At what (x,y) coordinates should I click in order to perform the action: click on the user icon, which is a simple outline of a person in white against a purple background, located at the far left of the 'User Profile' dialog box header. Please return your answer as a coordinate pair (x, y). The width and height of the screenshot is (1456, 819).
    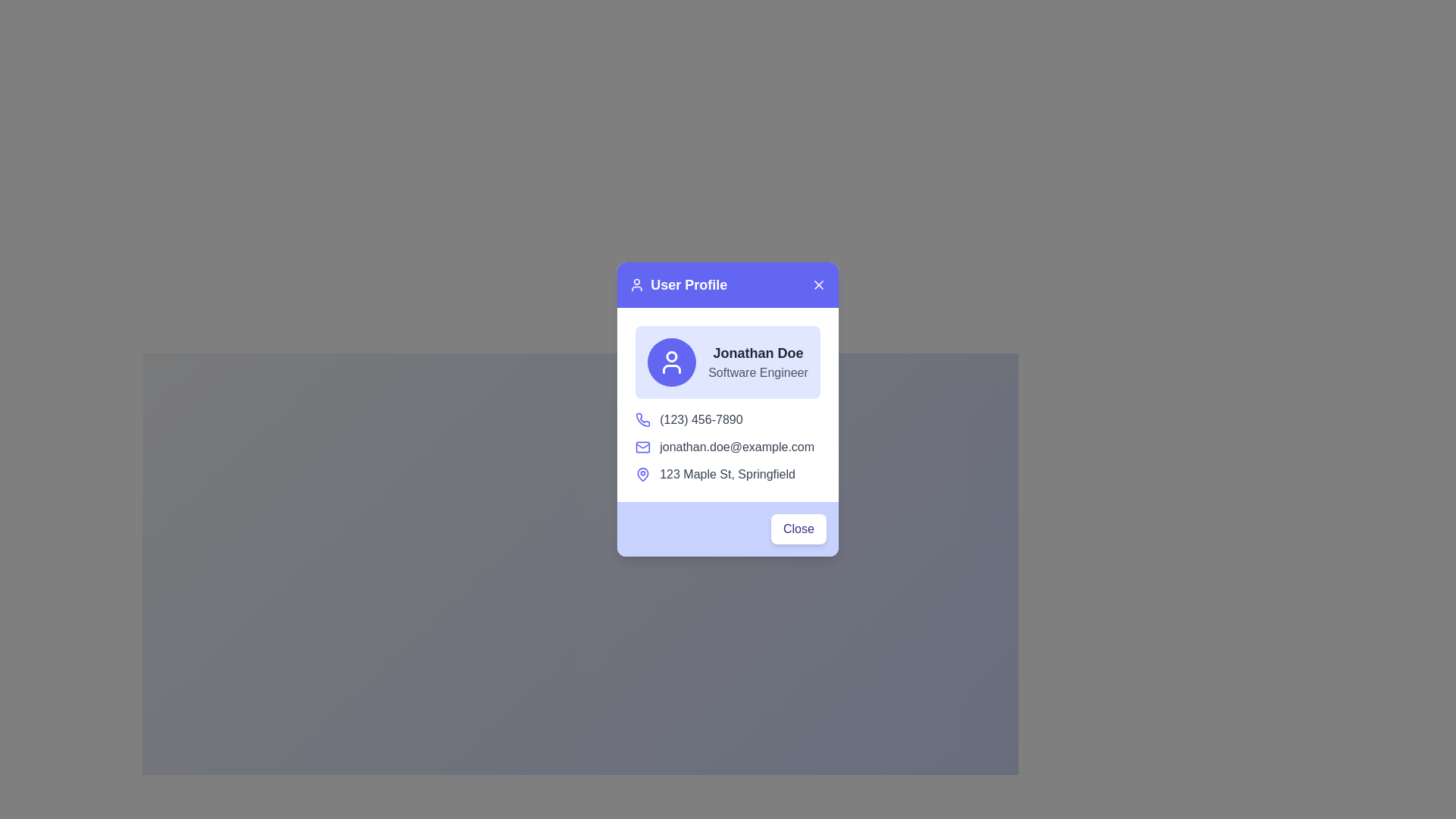
    Looking at the image, I should click on (637, 284).